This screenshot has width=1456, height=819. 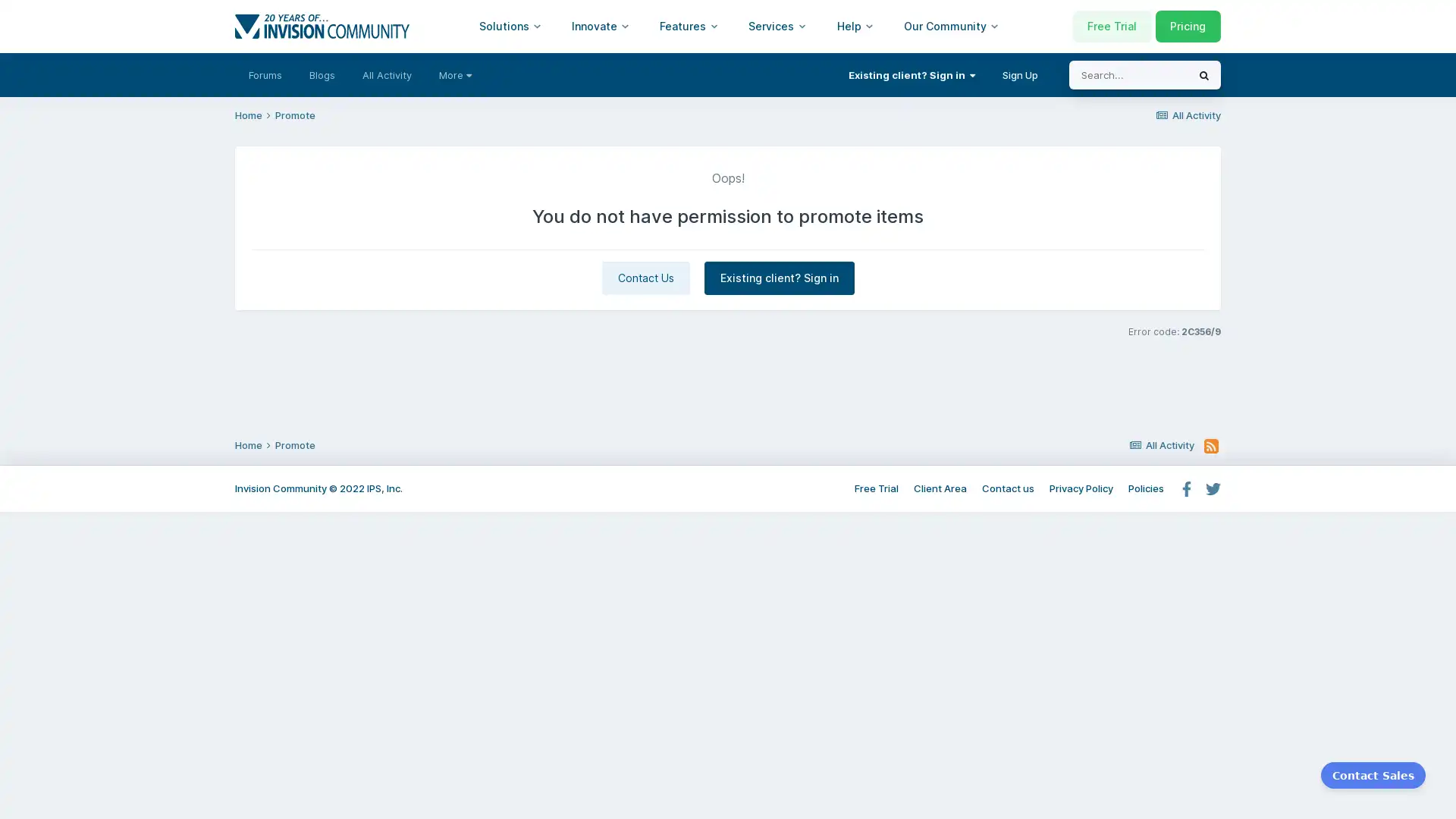 What do you see at coordinates (1203, 75) in the screenshot?
I see `Search` at bounding box center [1203, 75].